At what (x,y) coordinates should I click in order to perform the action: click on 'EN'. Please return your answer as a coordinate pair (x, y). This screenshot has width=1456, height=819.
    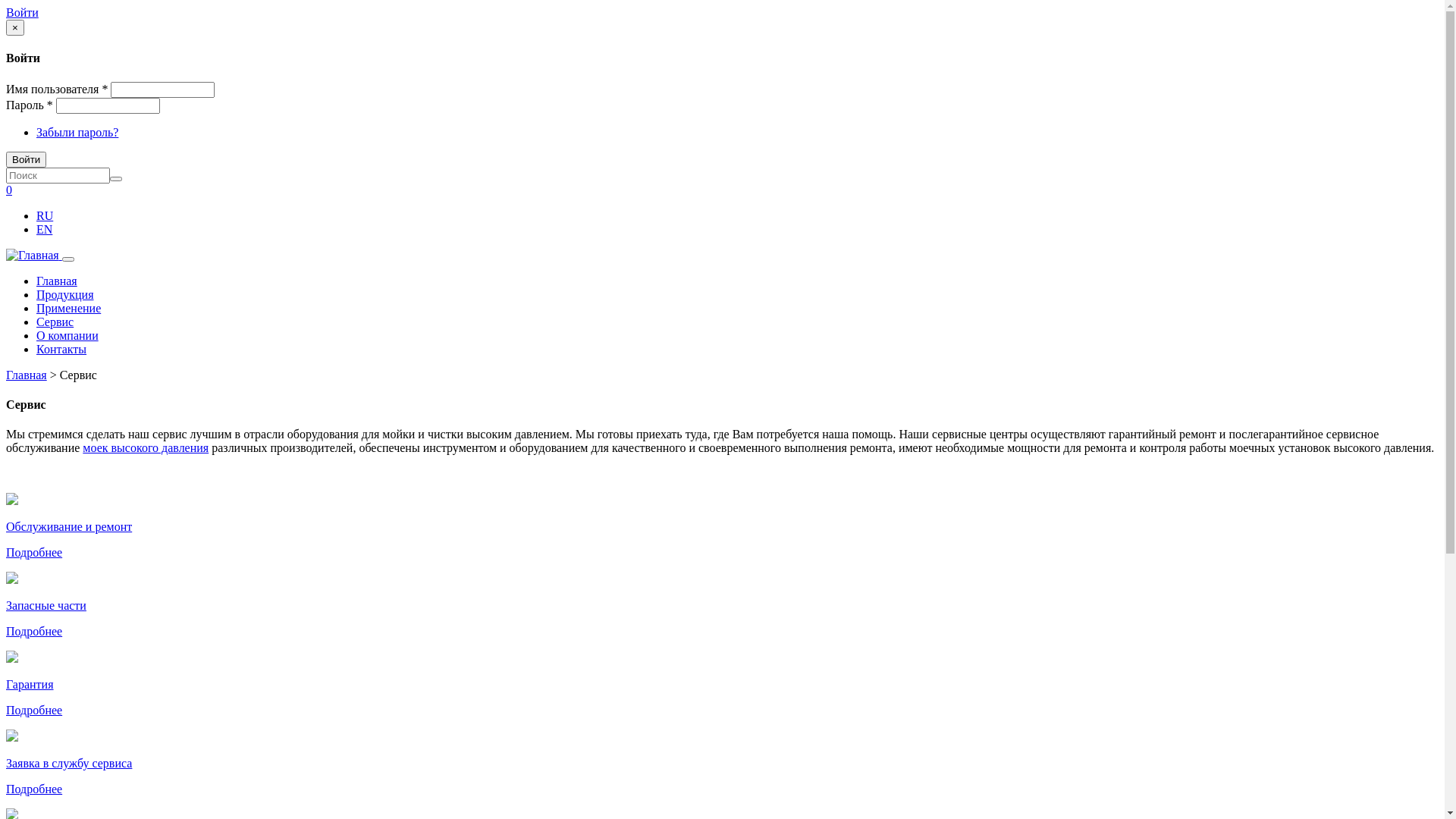
    Looking at the image, I should click on (44, 229).